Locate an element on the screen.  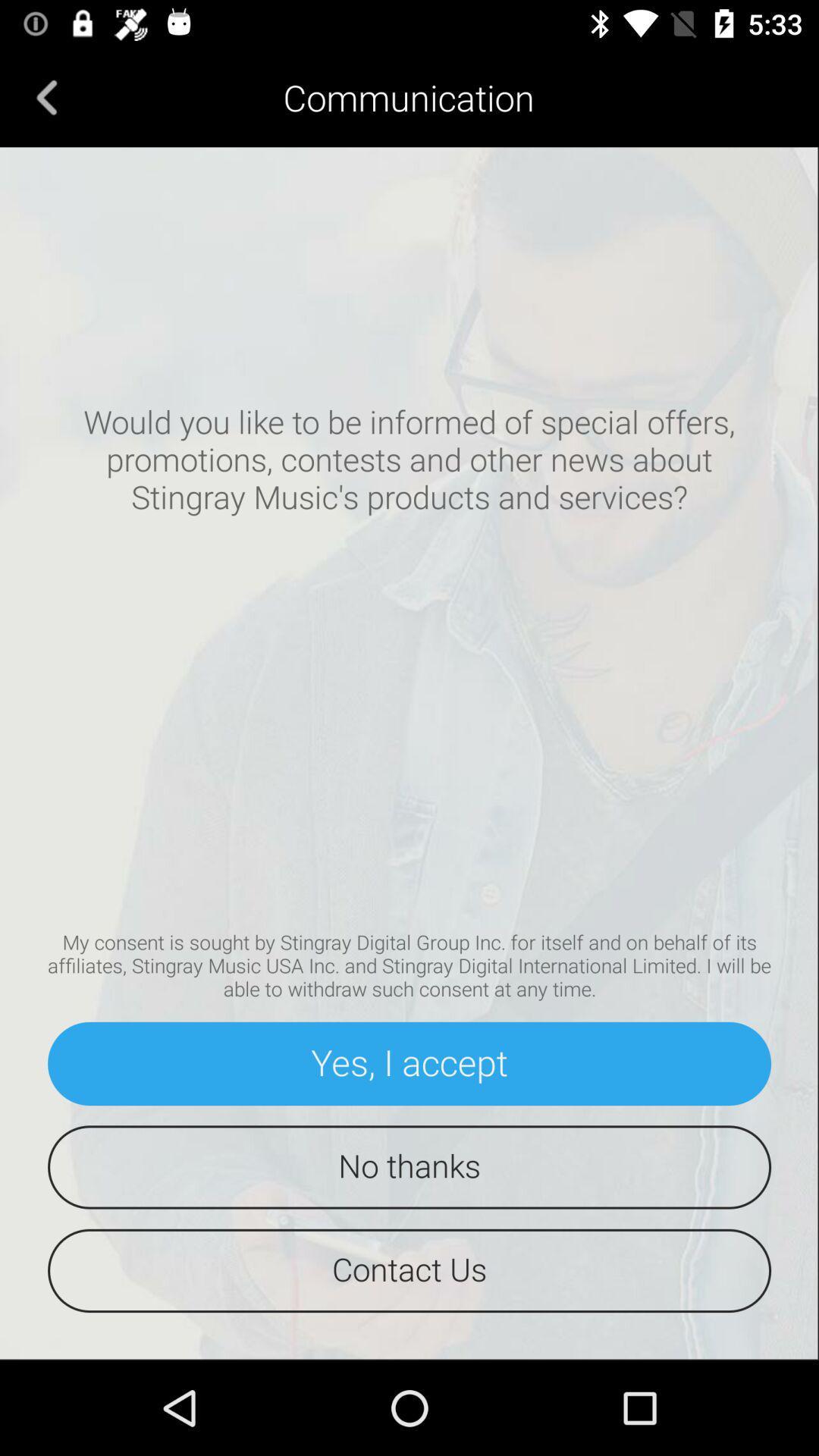
item to the left of the communication item is located at coordinates (46, 96).